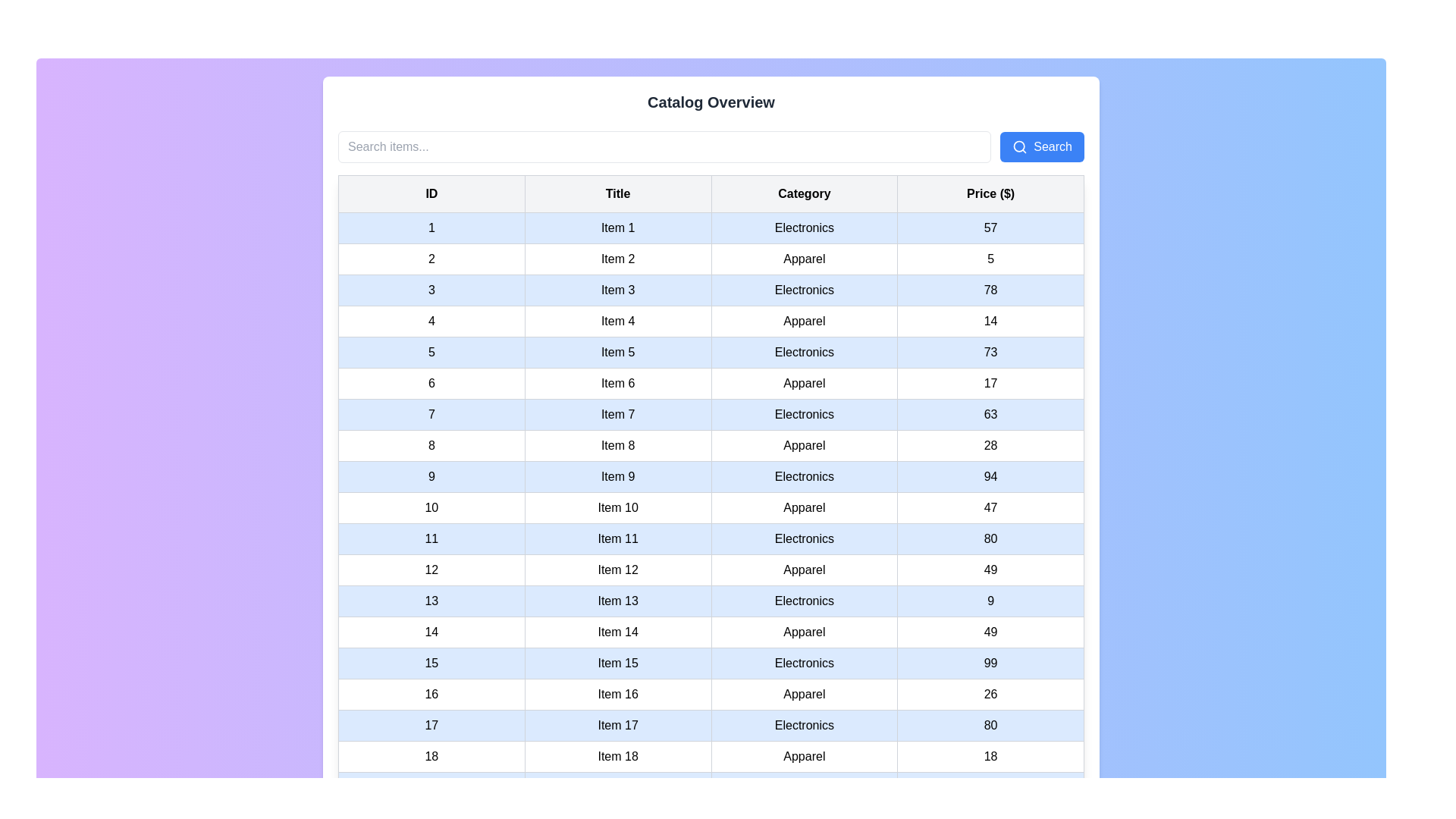 Image resolution: width=1456 pixels, height=819 pixels. What do you see at coordinates (990, 724) in the screenshot?
I see `the text display field showing the price value of 'Item 17' in the fourth cell of the row labeled '17' in the table` at bounding box center [990, 724].